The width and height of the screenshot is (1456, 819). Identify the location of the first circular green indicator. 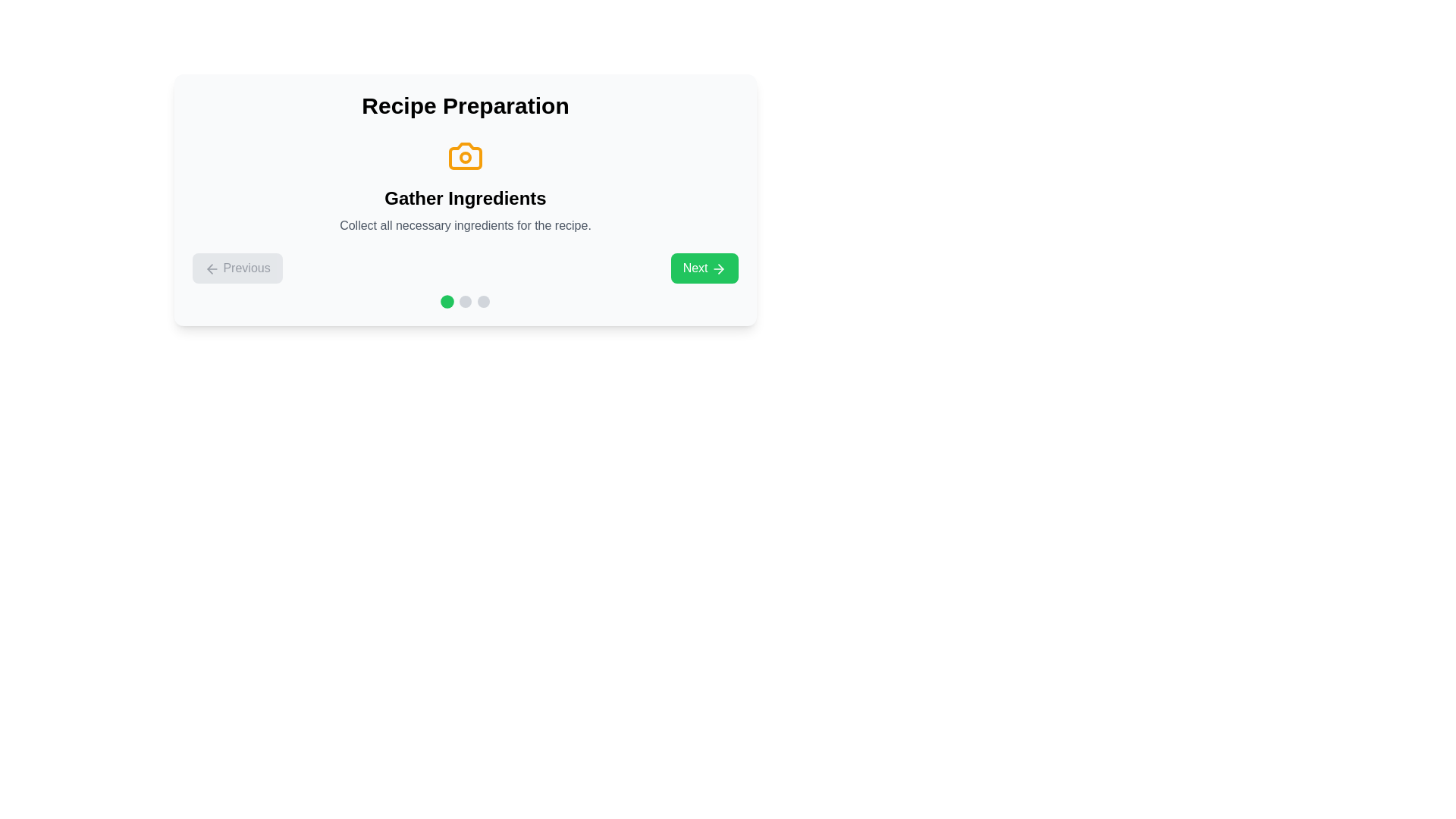
(447, 301).